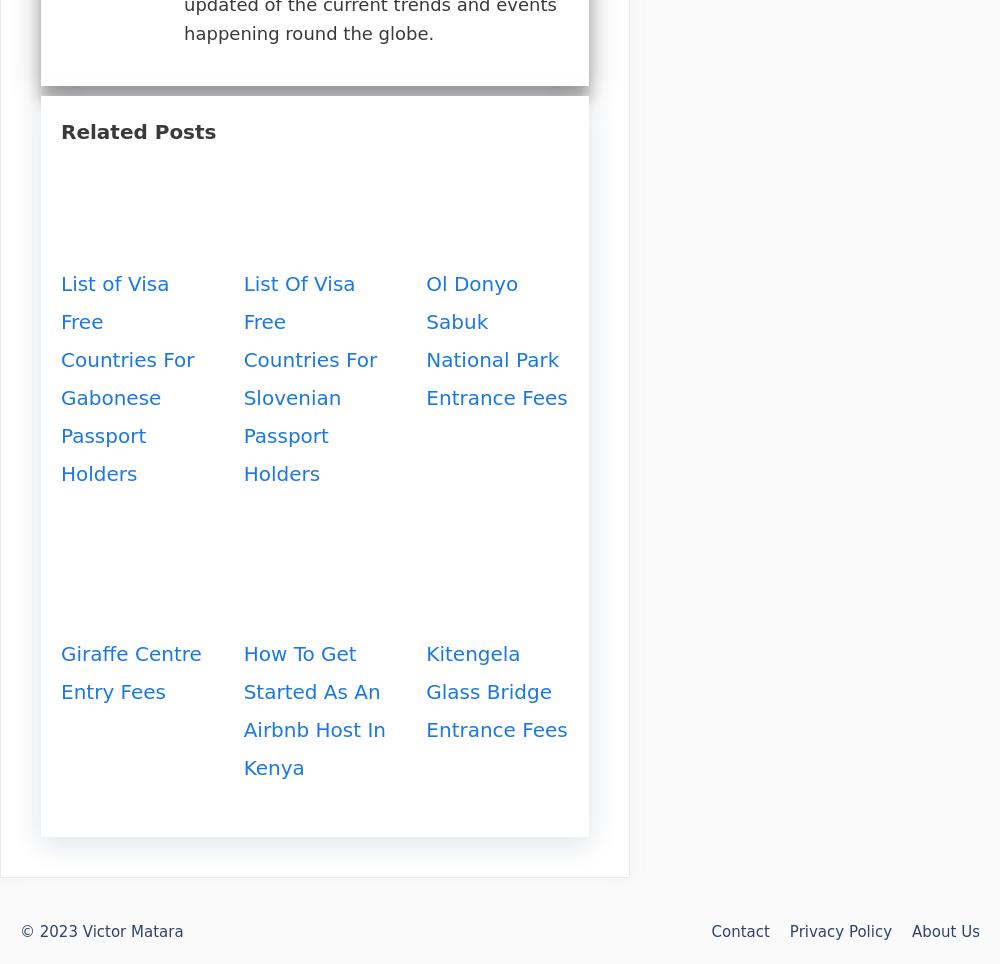 Image resolution: width=1000 pixels, height=964 pixels. Describe the element at coordinates (739, 931) in the screenshot. I see `'Contact'` at that location.